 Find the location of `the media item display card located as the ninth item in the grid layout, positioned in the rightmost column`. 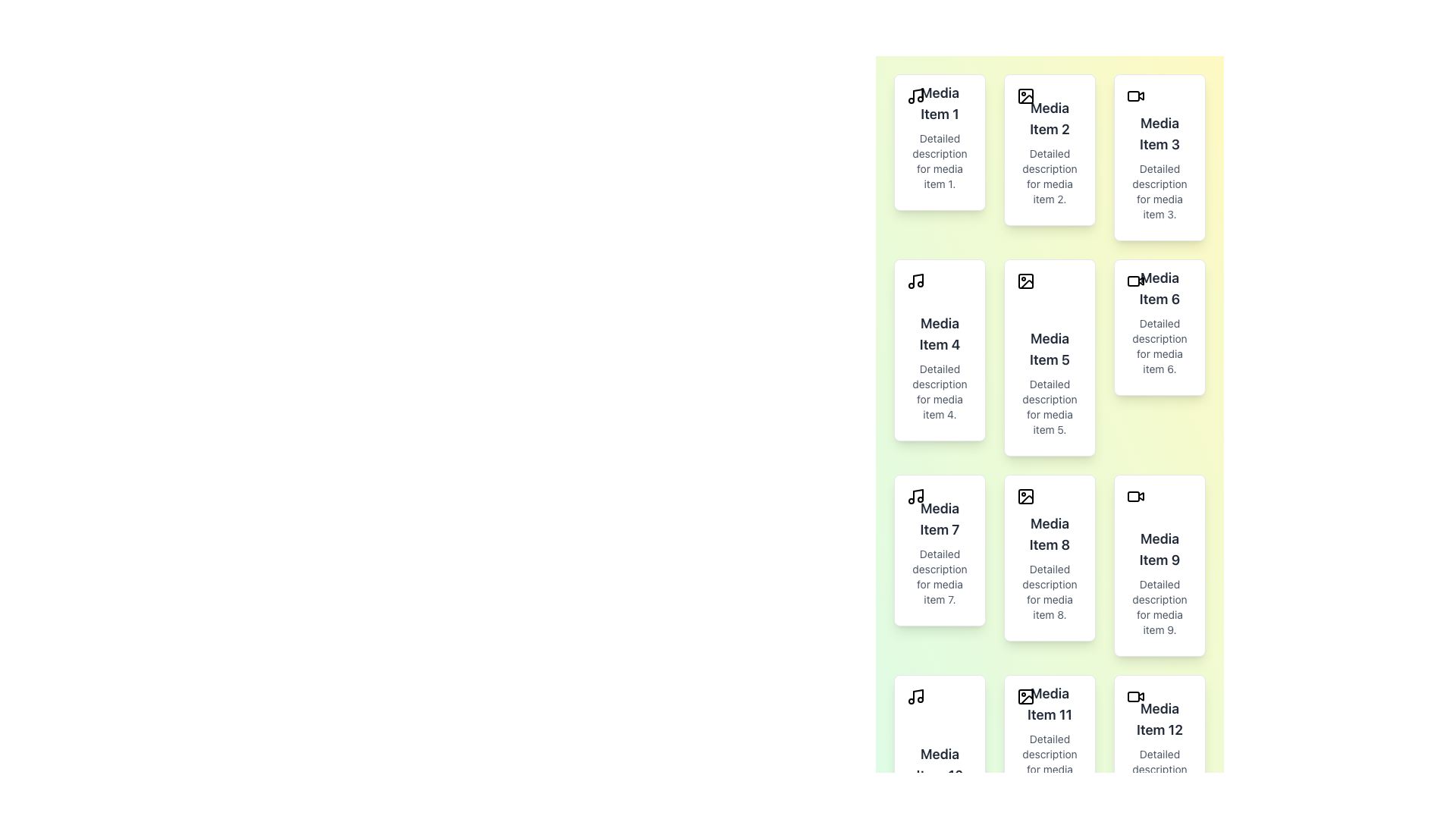

the media item display card located as the ninth item in the grid layout, positioned in the rightmost column is located at coordinates (1159, 565).